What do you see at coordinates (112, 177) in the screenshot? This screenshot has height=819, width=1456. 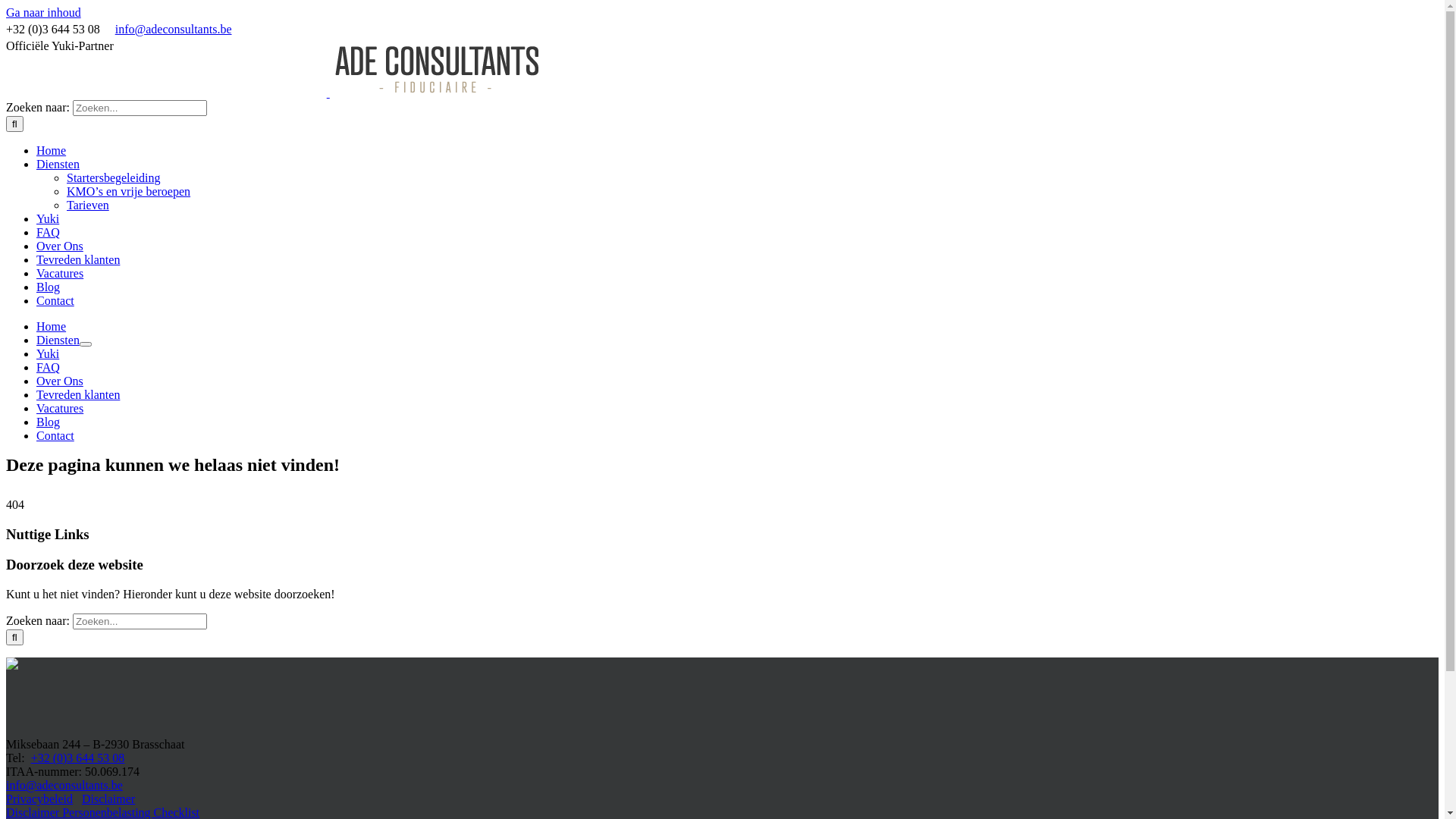 I see `'Startersbegeleiding'` at bounding box center [112, 177].